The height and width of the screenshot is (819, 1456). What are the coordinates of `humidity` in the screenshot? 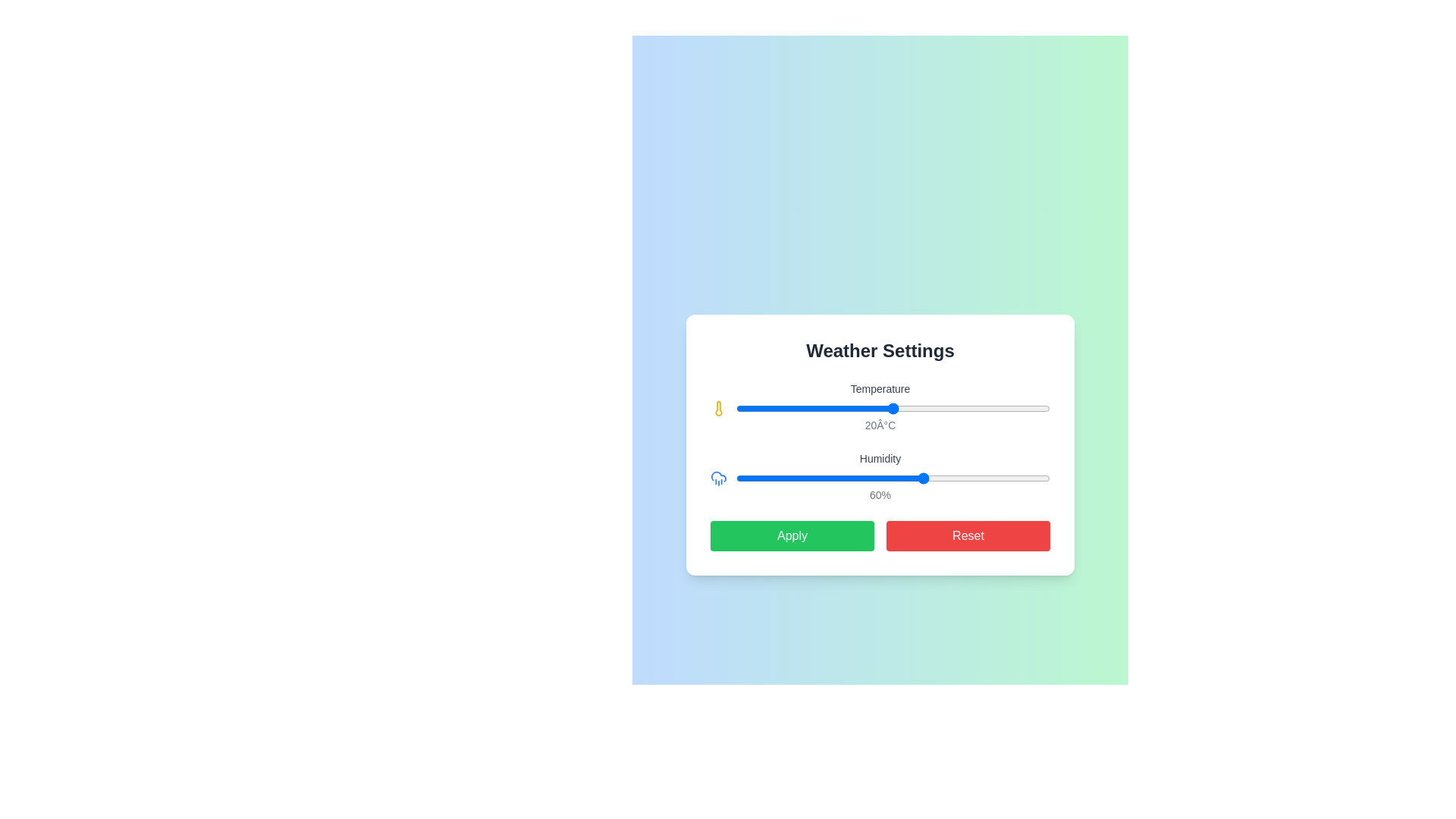 It's located at (745, 479).